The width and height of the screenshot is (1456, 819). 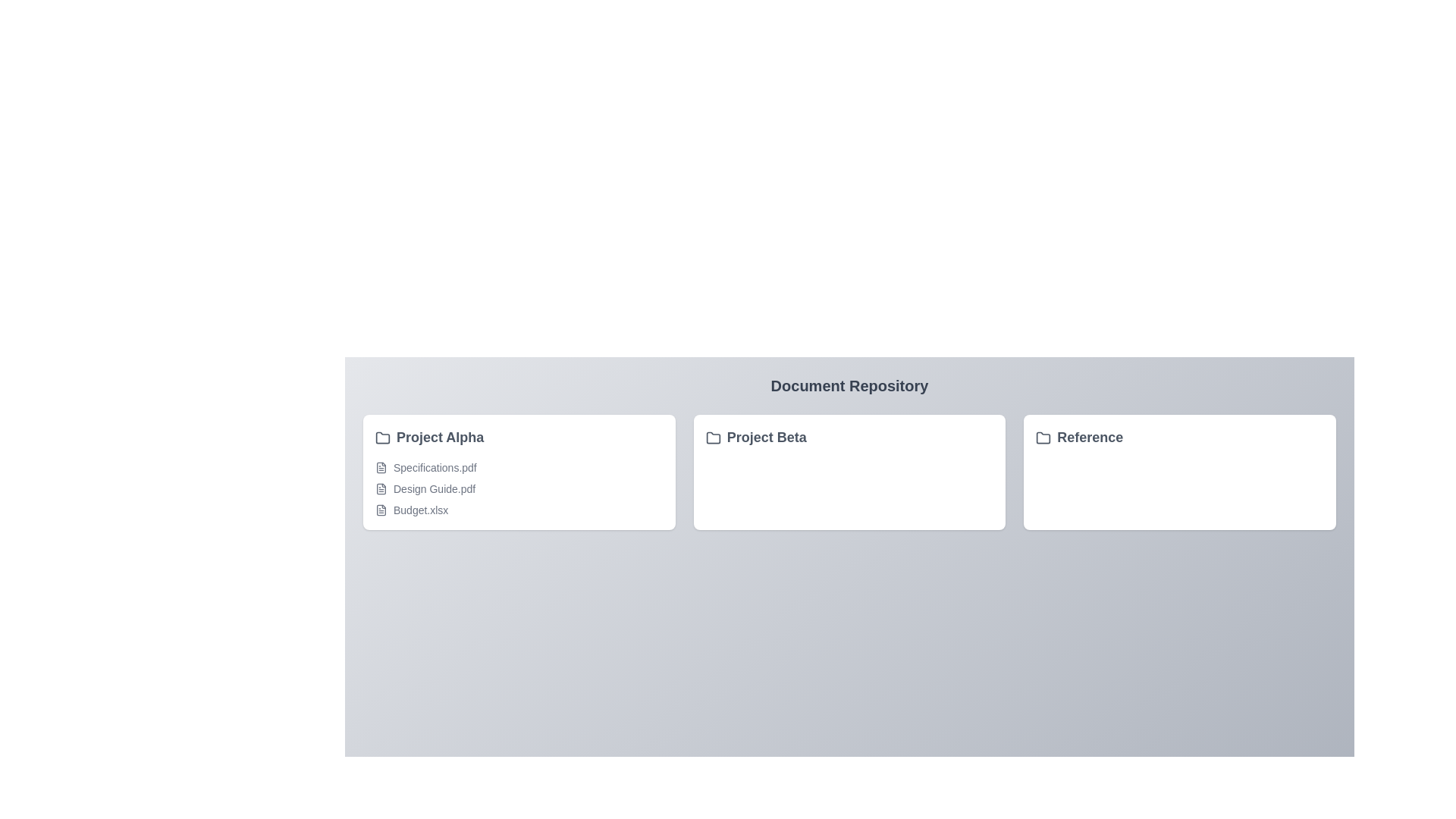 What do you see at coordinates (712, 438) in the screenshot?
I see `the folder icon with a red outlined style next to the text label 'Project Beta'` at bounding box center [712, 438].